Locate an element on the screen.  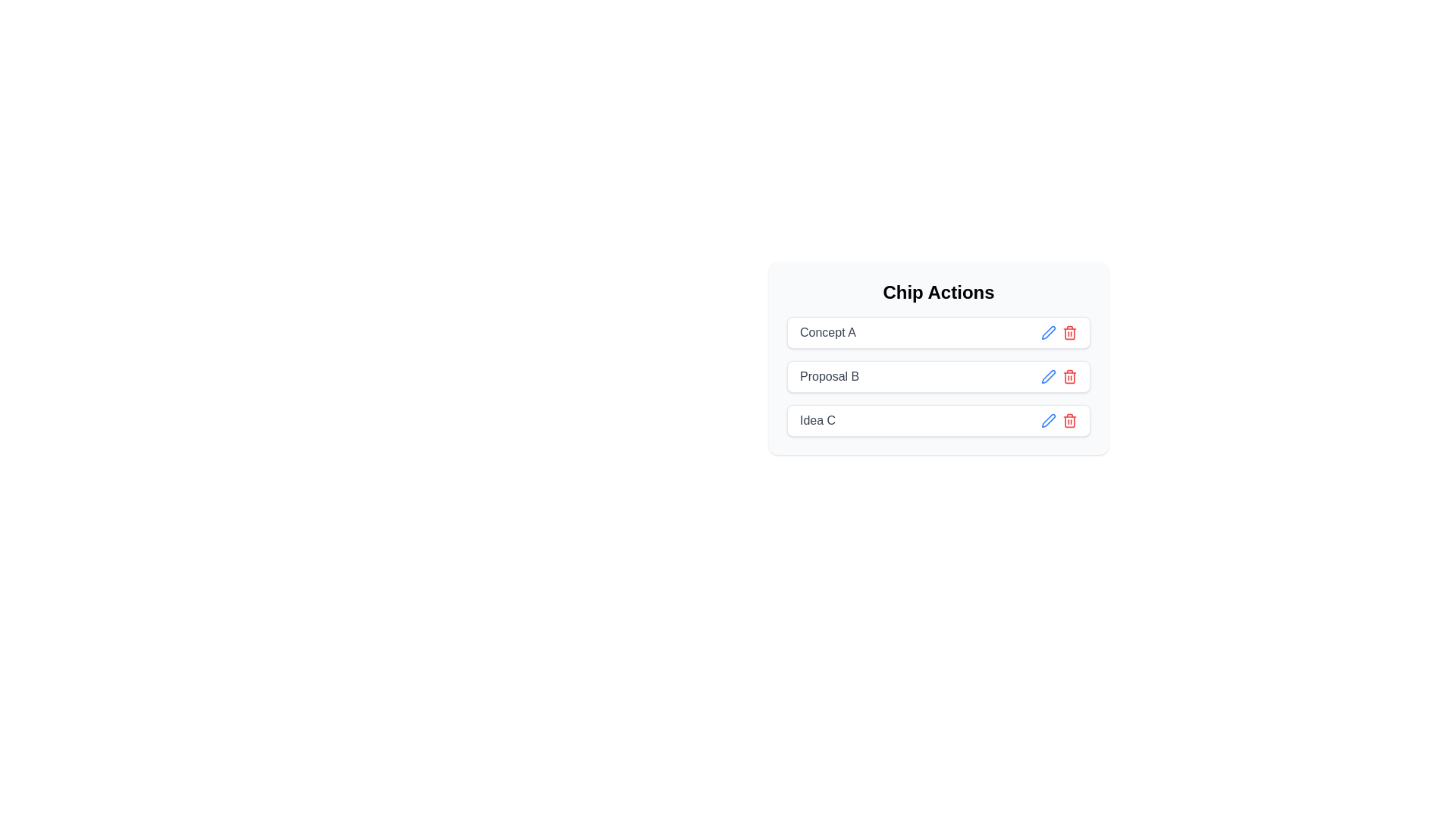
the edit button next to the chip labeled Idea C is located at coordinates (1047, 421).